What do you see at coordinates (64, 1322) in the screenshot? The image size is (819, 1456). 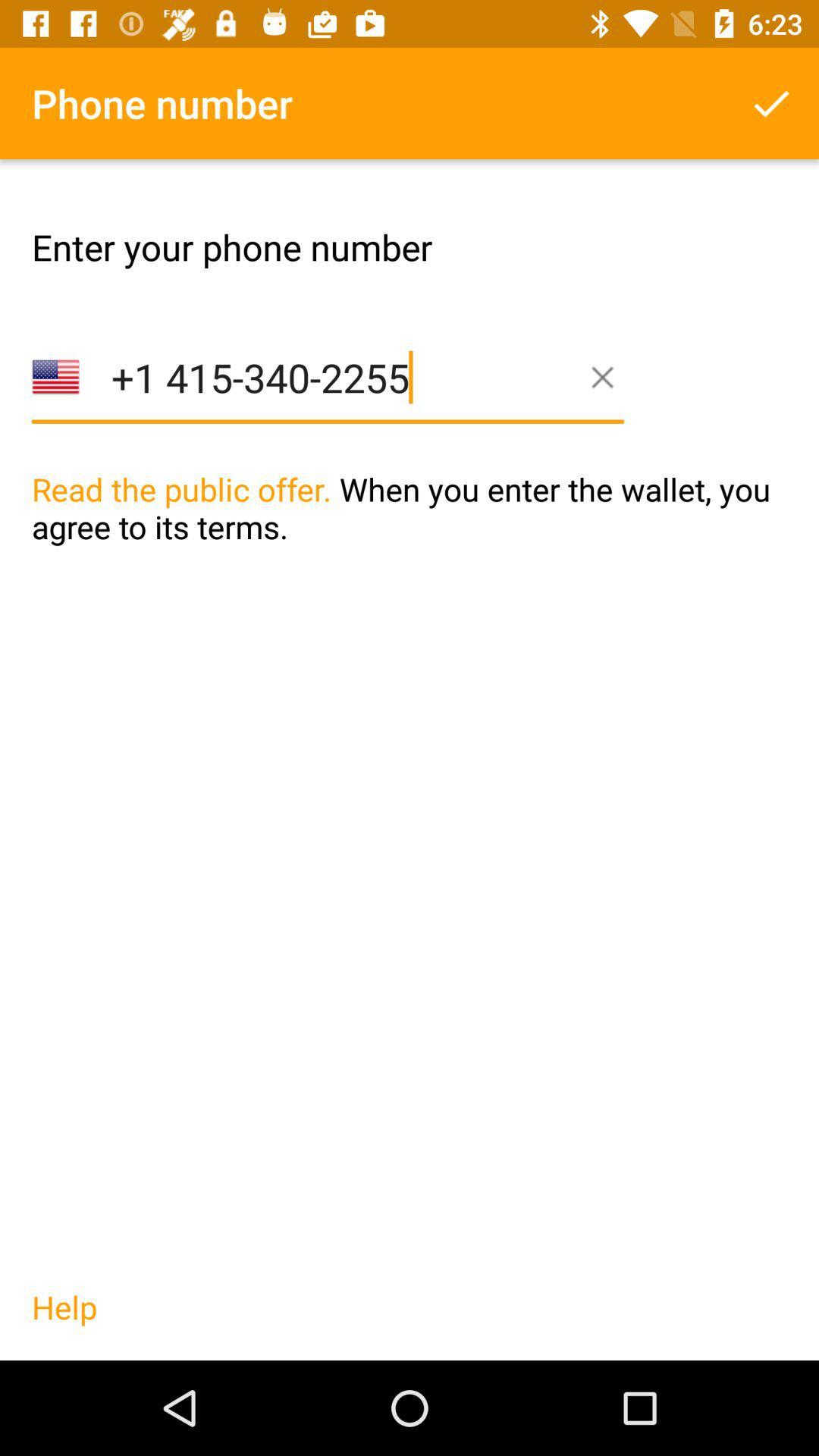 I see `the icon below the read the public item` at bounding box center [64, 1322].